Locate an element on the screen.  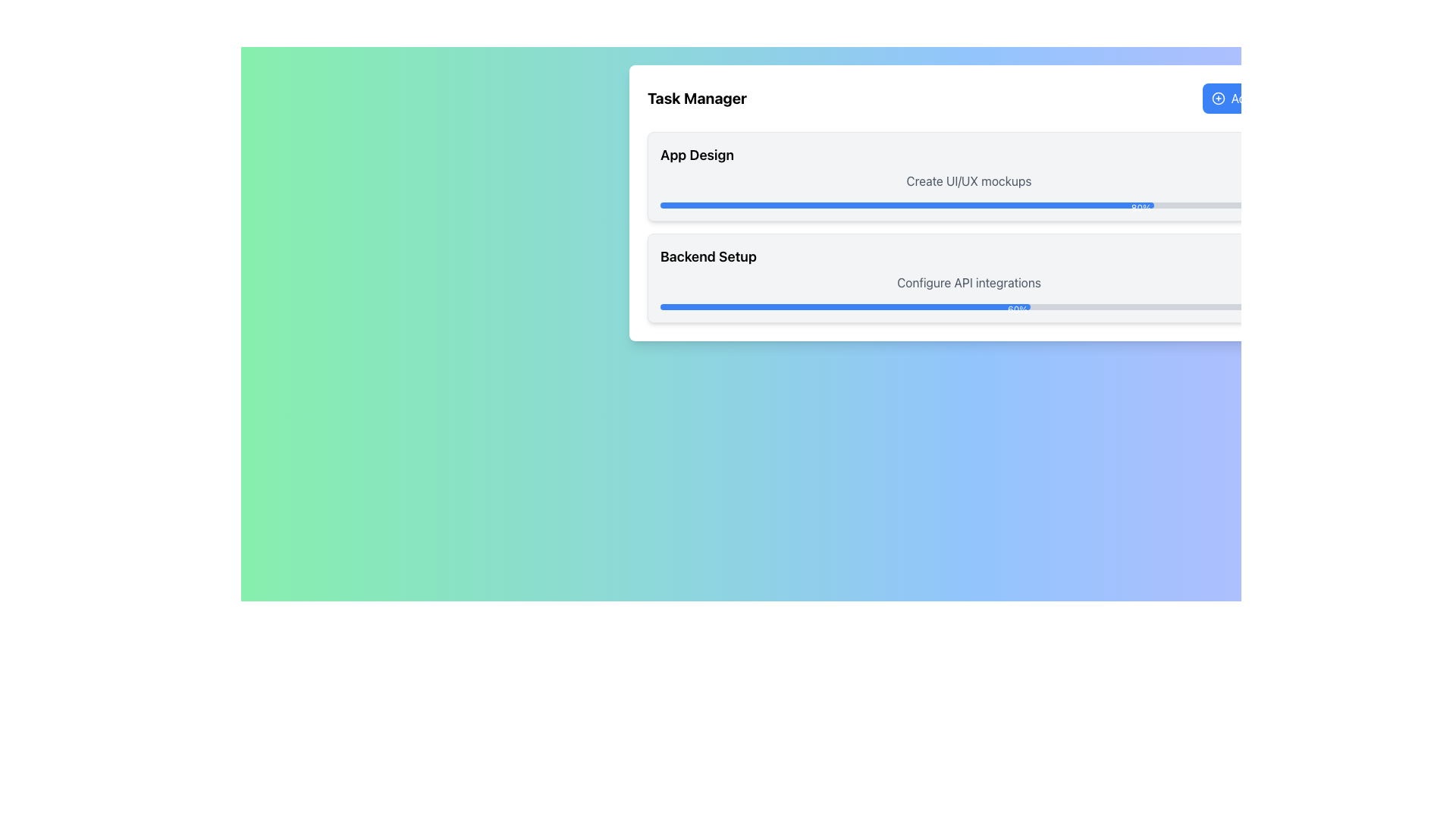
the blue filled progress bar indicating 60% completion located under the 'Backend Setup' section in the second card of the UI is located at coordinates (845, 307).